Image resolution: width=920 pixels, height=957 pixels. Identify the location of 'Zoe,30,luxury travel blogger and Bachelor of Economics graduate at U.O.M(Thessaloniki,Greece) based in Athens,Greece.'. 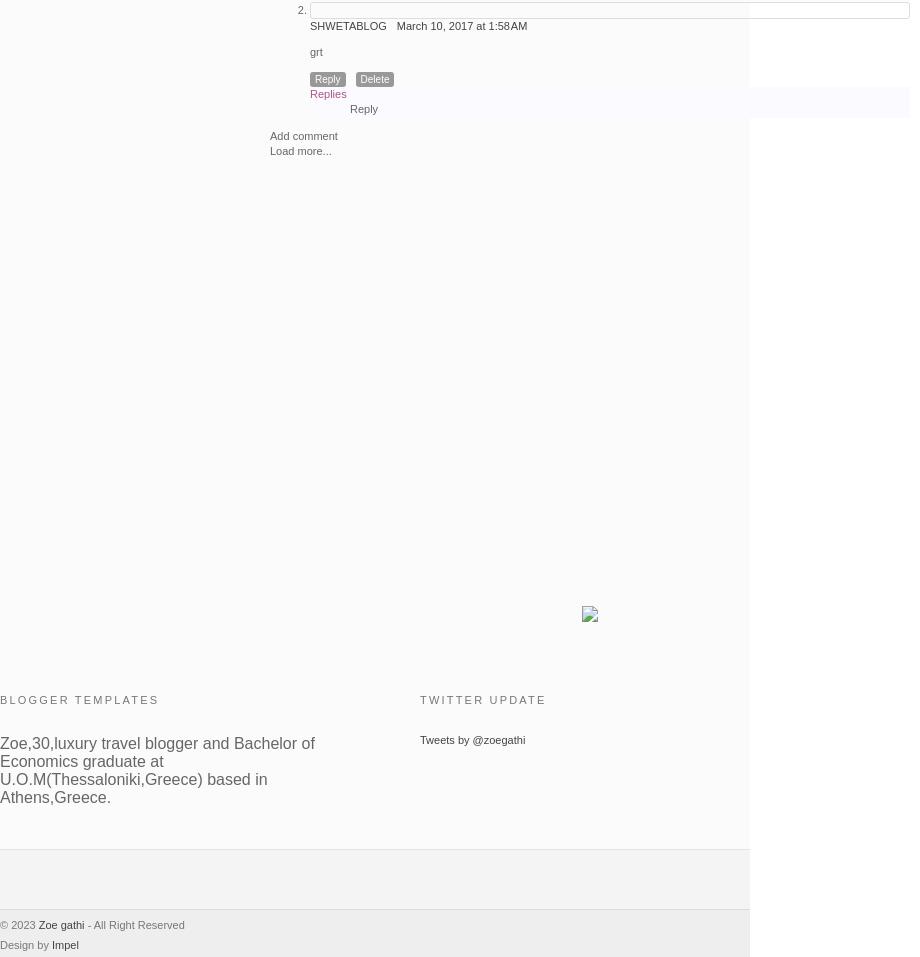
(156, 768).